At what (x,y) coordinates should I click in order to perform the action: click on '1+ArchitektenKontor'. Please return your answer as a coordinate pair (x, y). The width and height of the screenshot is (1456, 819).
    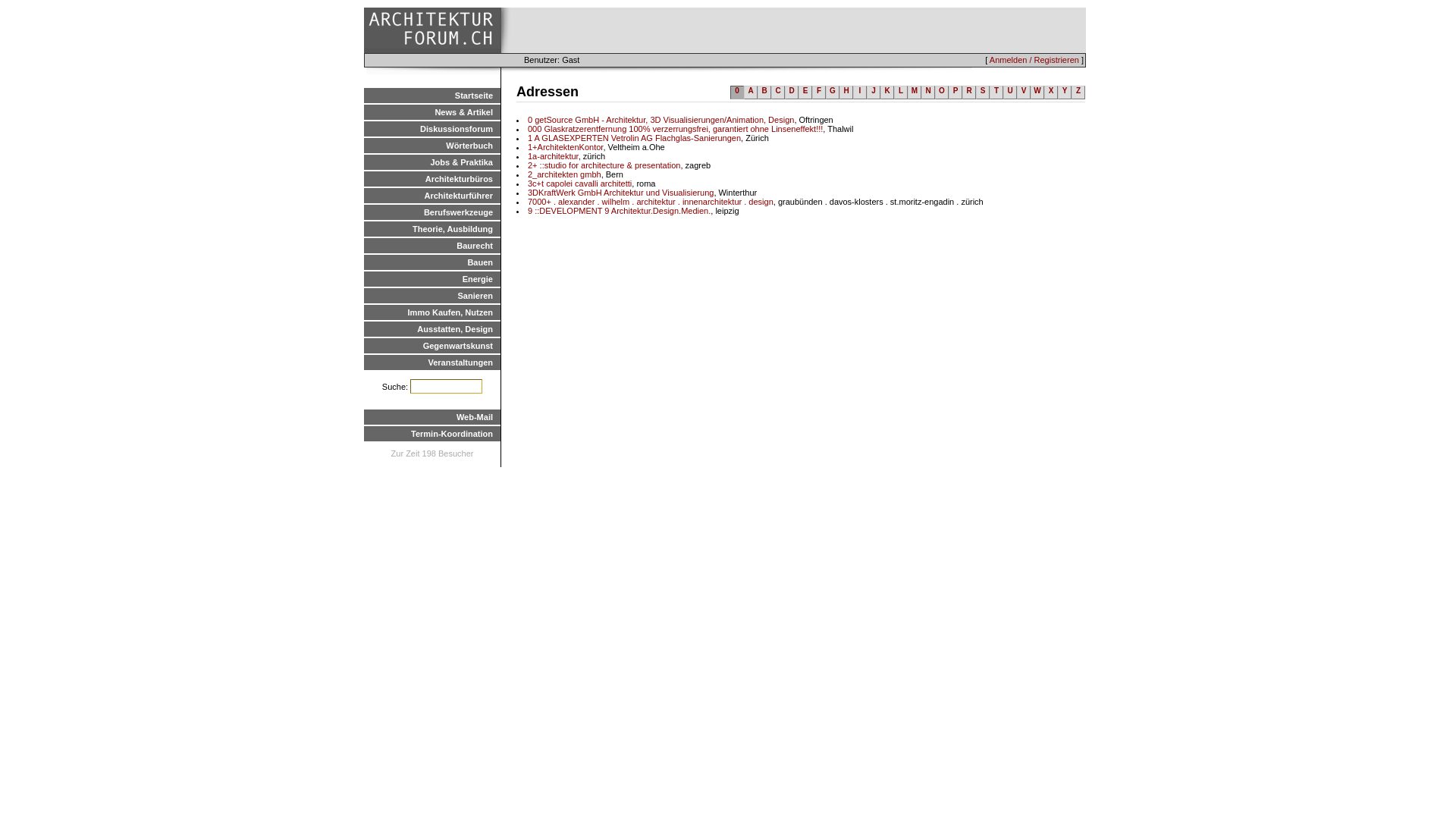
    Looking at the image, I should click on (564, 146).